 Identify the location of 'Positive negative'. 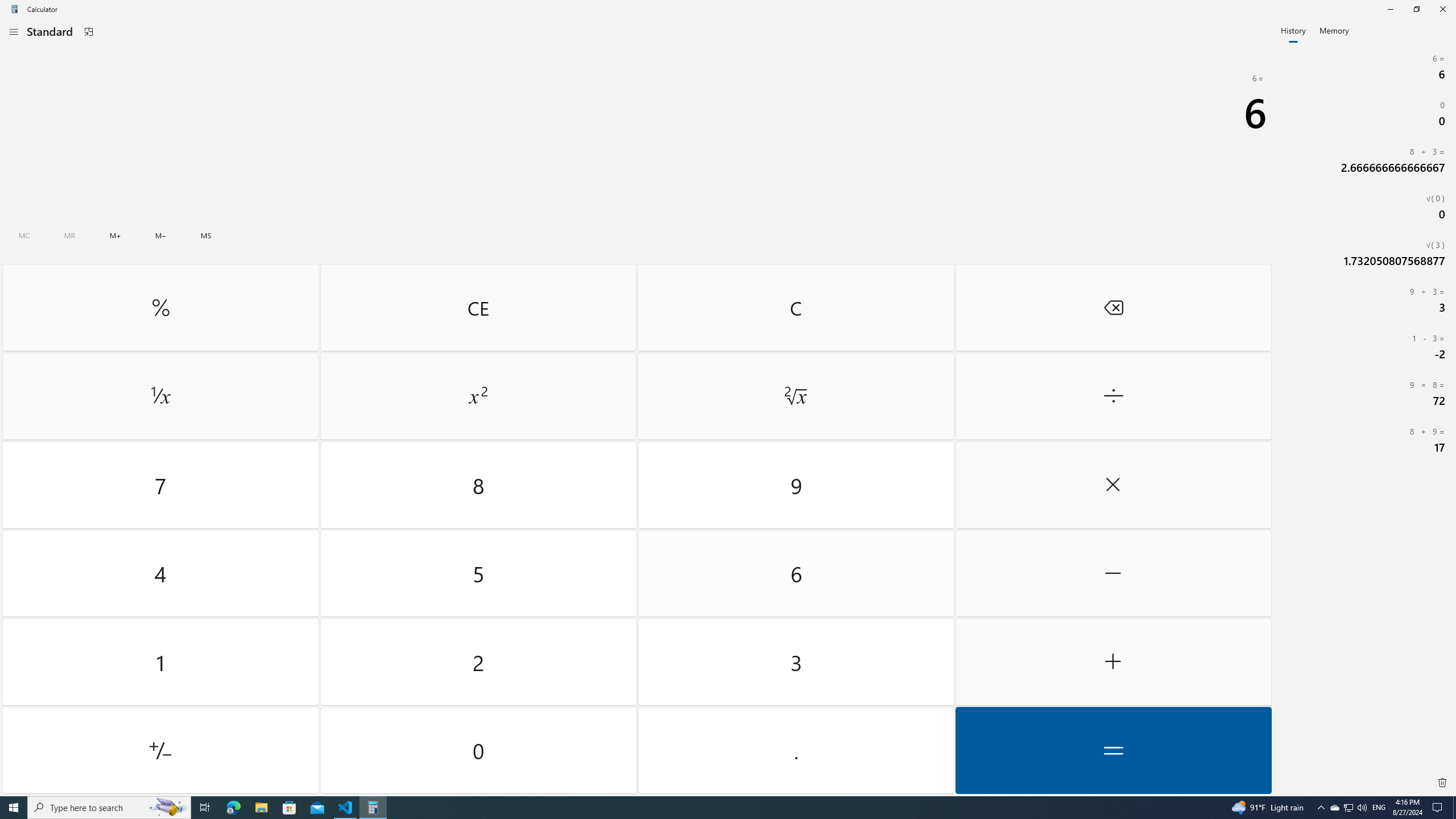
(160, 750).